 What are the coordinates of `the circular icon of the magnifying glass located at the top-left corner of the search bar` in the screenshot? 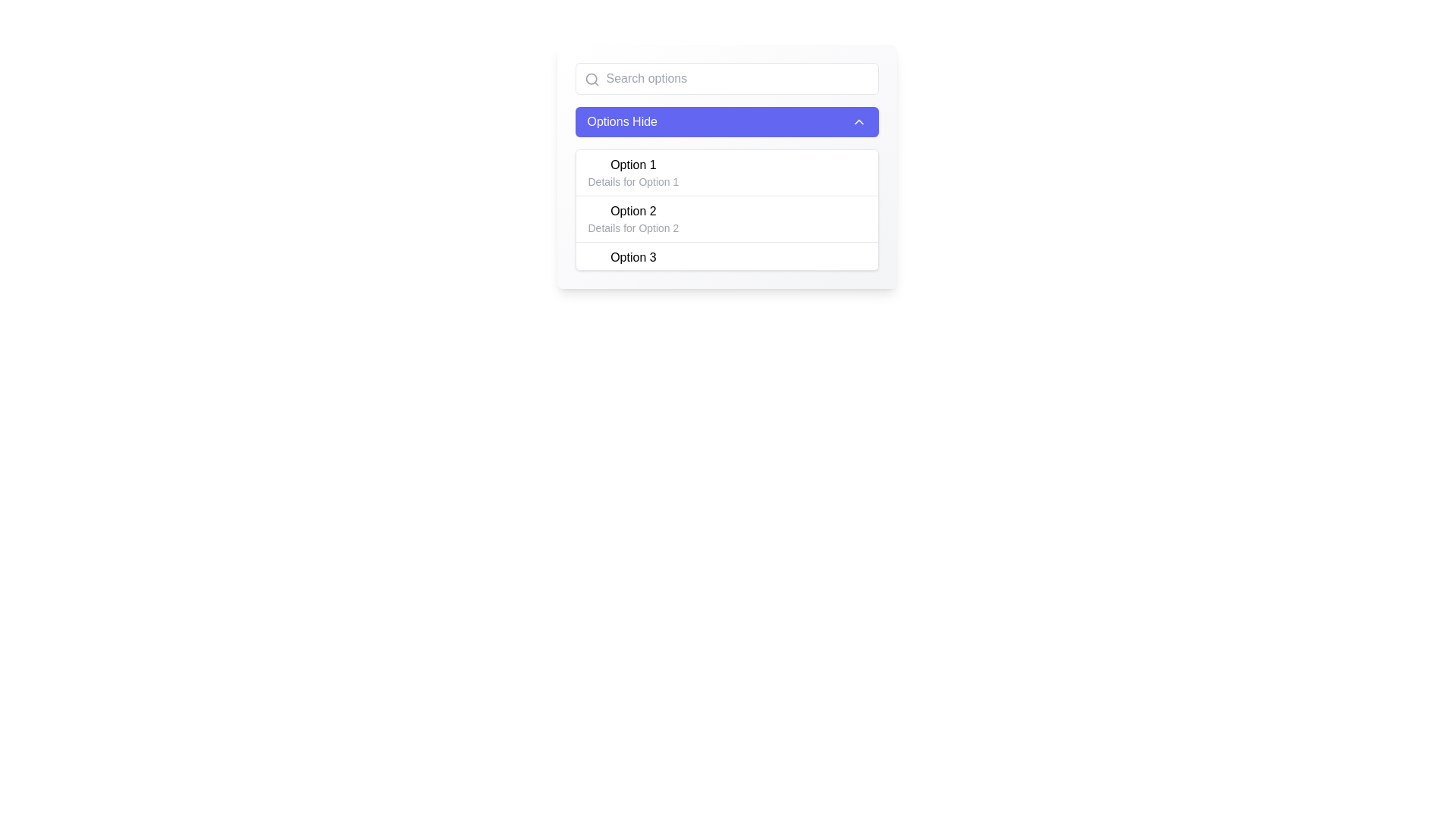 It's located at (590, 79).